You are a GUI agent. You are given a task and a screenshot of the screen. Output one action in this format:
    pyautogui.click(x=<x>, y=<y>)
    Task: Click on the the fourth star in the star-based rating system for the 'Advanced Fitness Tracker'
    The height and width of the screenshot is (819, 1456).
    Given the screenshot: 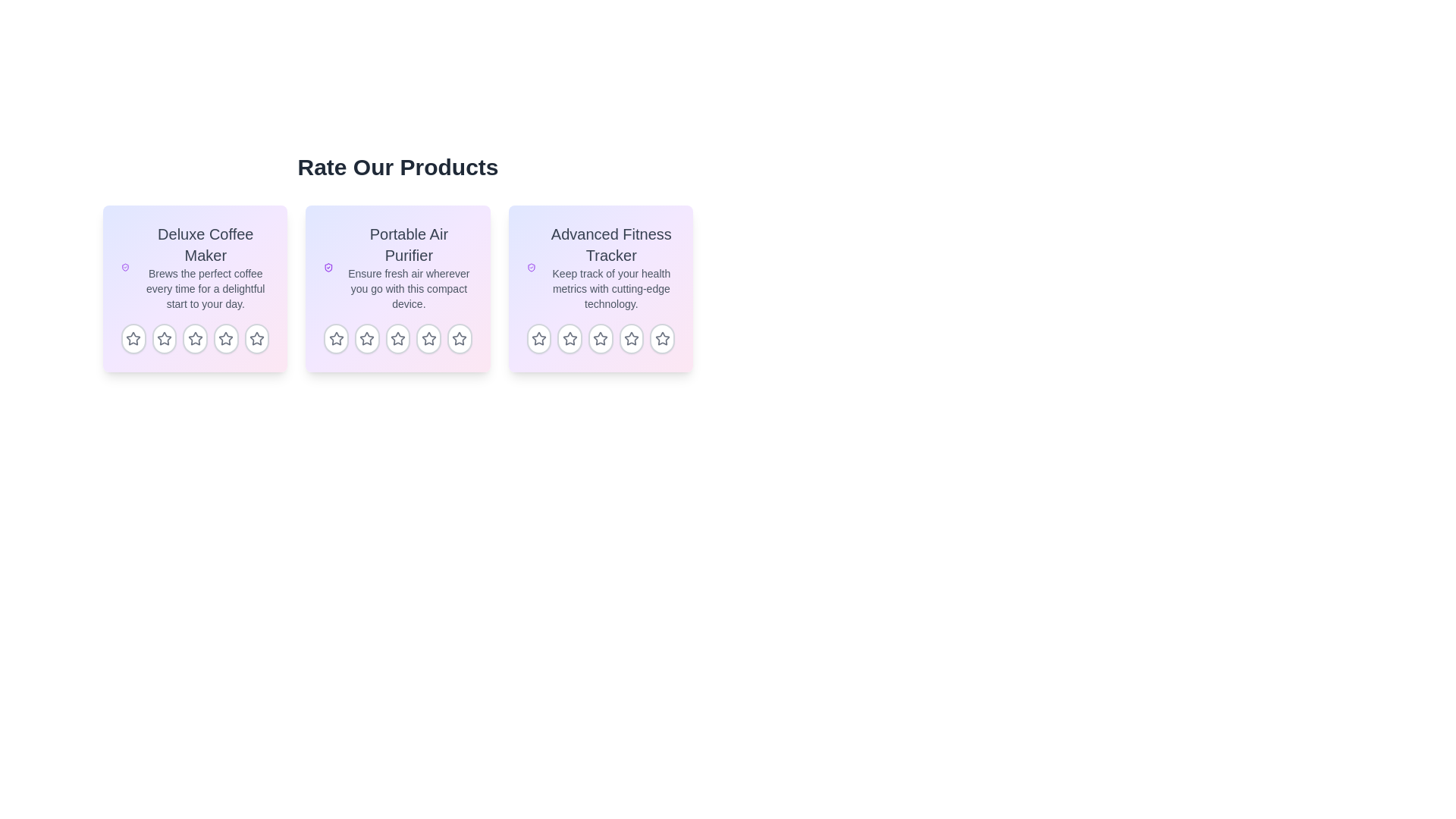 What is the action you would take?
    pyautogui.click(x=632, y=338)
    